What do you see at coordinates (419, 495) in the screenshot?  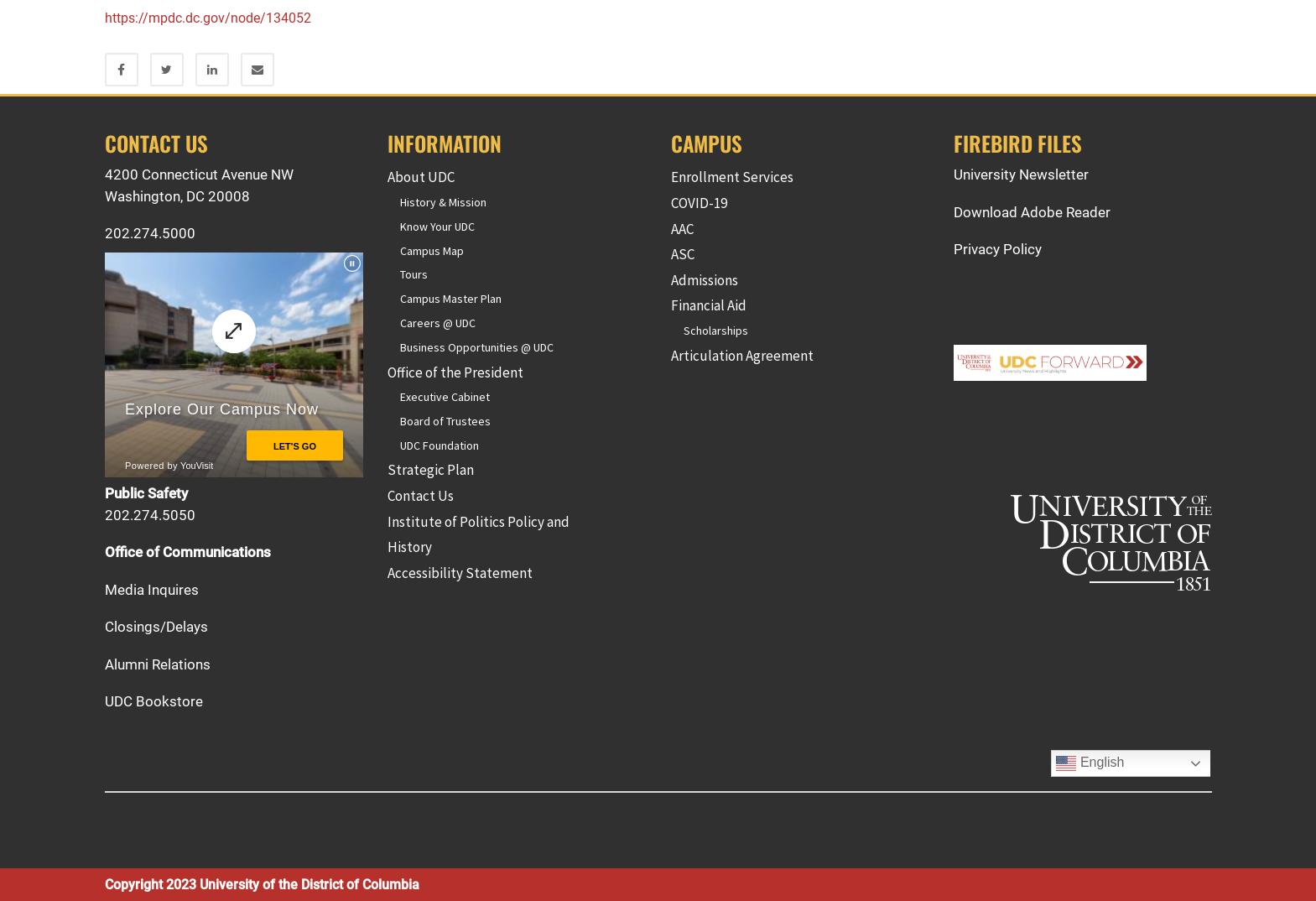 I see `'Contact Us'` at bounding box center [419, 495].